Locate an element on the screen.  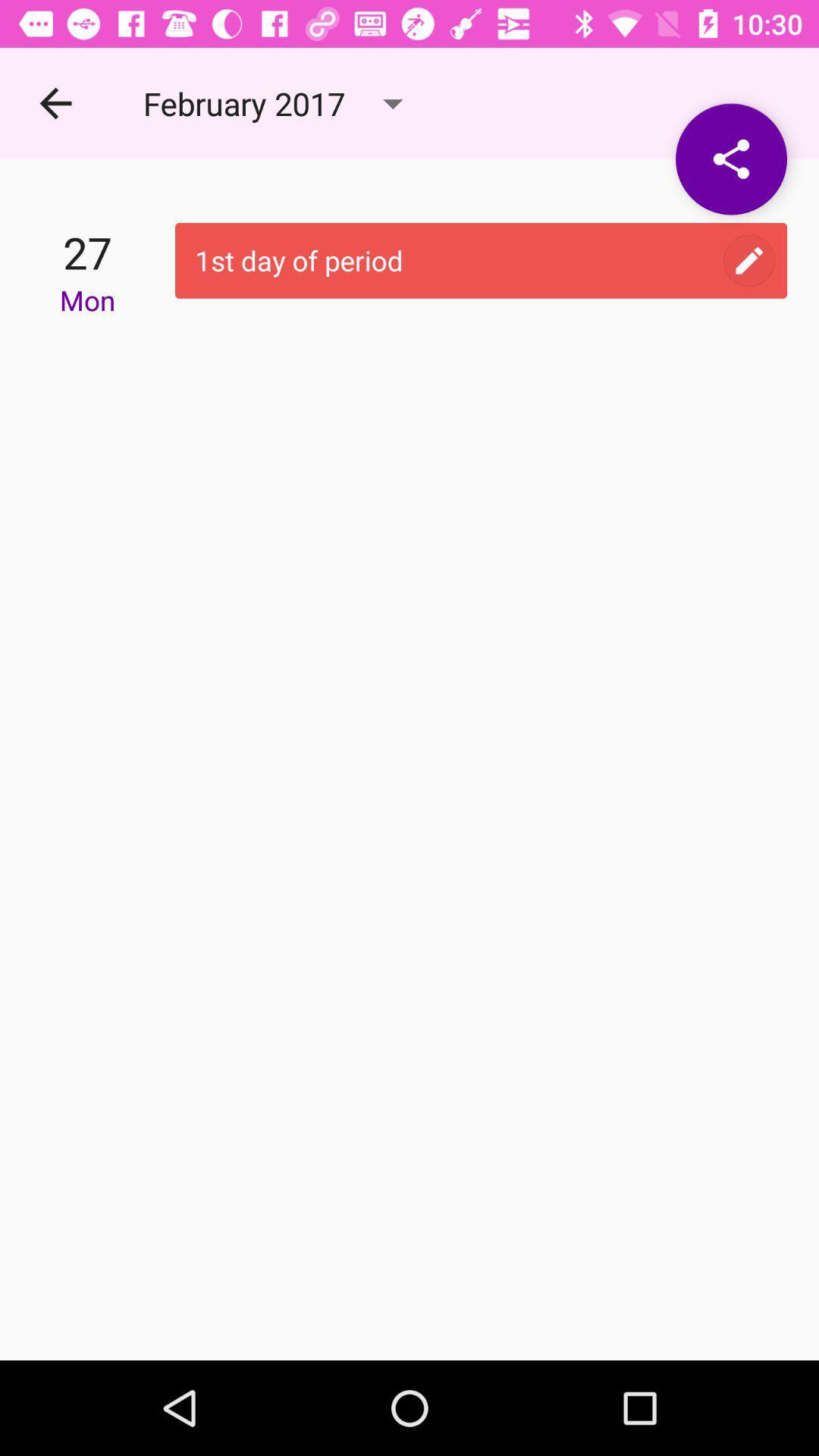
the share icon is located at coordinates (730, 159).